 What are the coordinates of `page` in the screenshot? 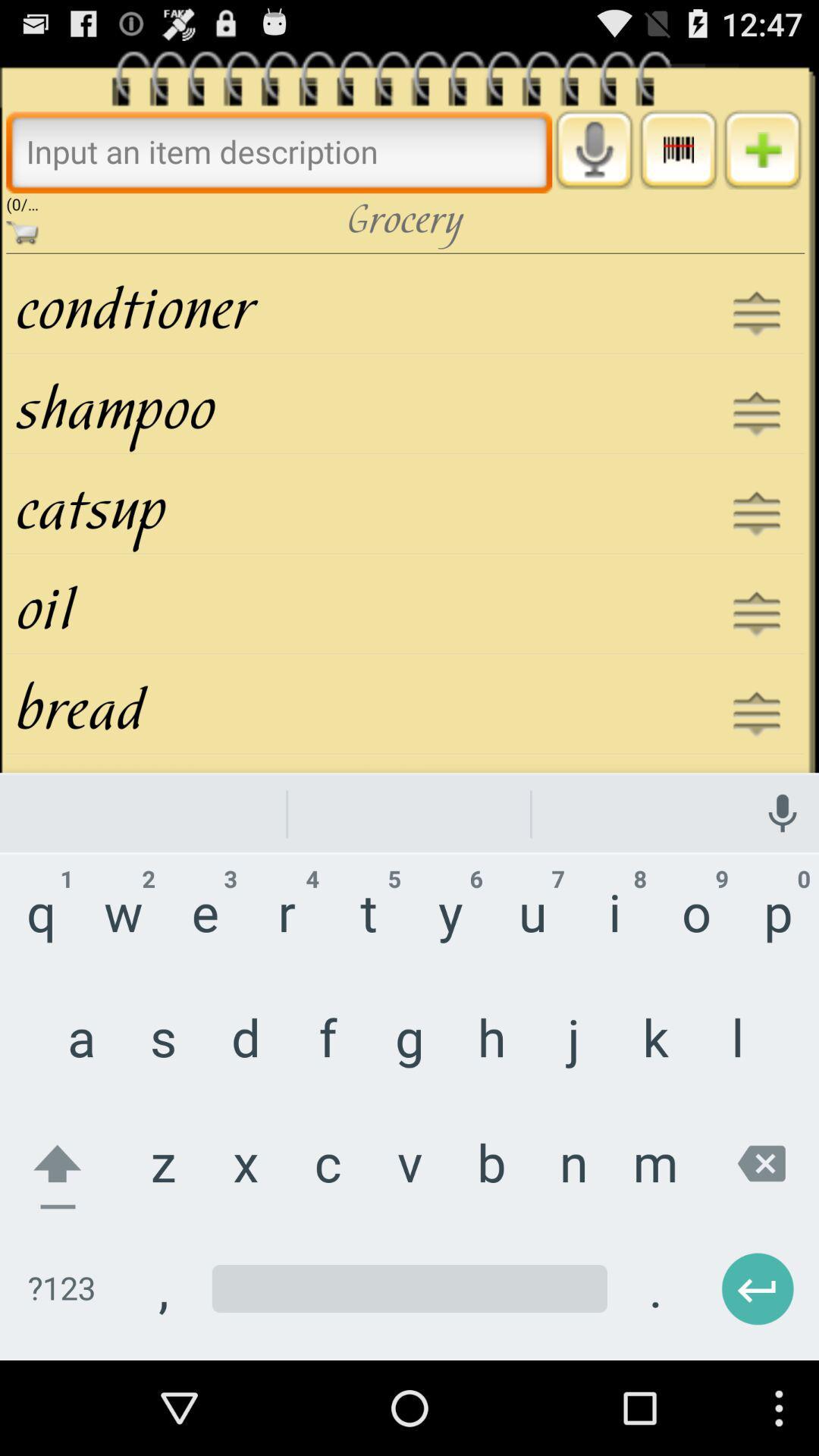 It's located at (762, 149).